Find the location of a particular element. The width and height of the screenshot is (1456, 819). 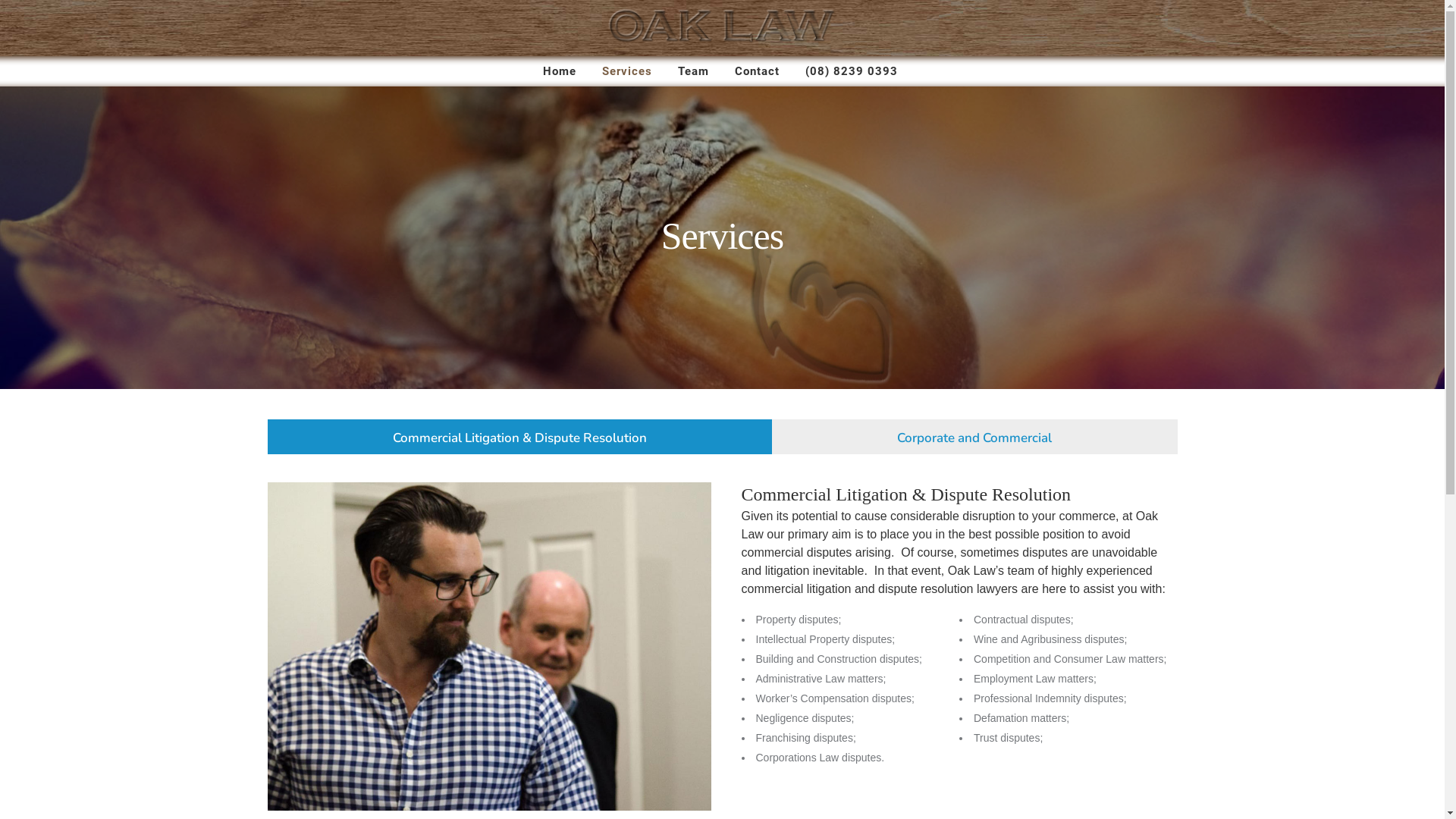

'Corporate and Commercial' is located at coordinates (974, 435).